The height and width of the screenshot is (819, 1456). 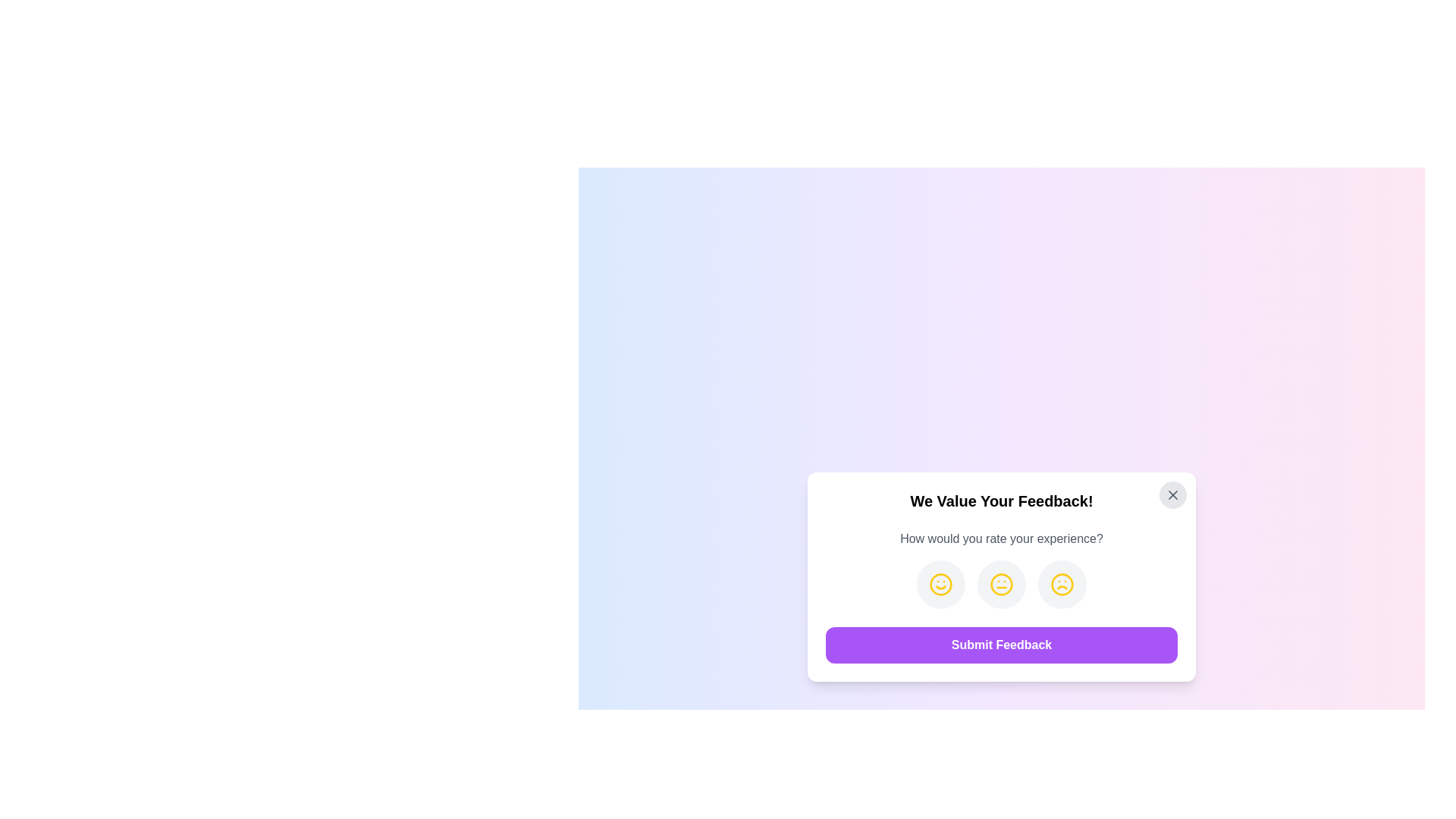 I want to click on the third circular icon button for negative rating, positioned below the feedback prompt 'How would you rate your experience?', so click(x=1062, y=584).